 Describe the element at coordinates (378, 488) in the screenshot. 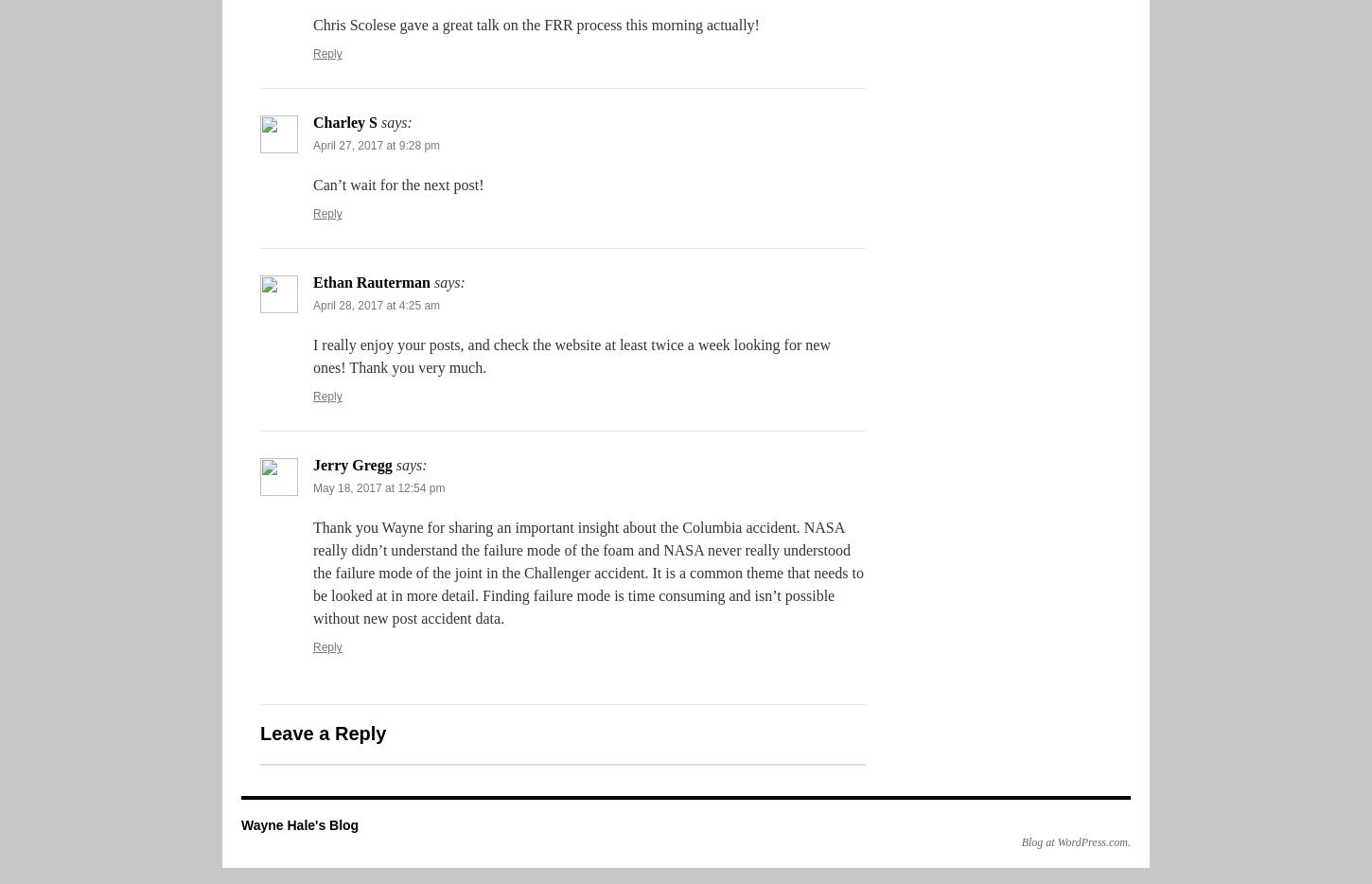

I see `'May 18, 2017 at 12:54 pm'` at that location.